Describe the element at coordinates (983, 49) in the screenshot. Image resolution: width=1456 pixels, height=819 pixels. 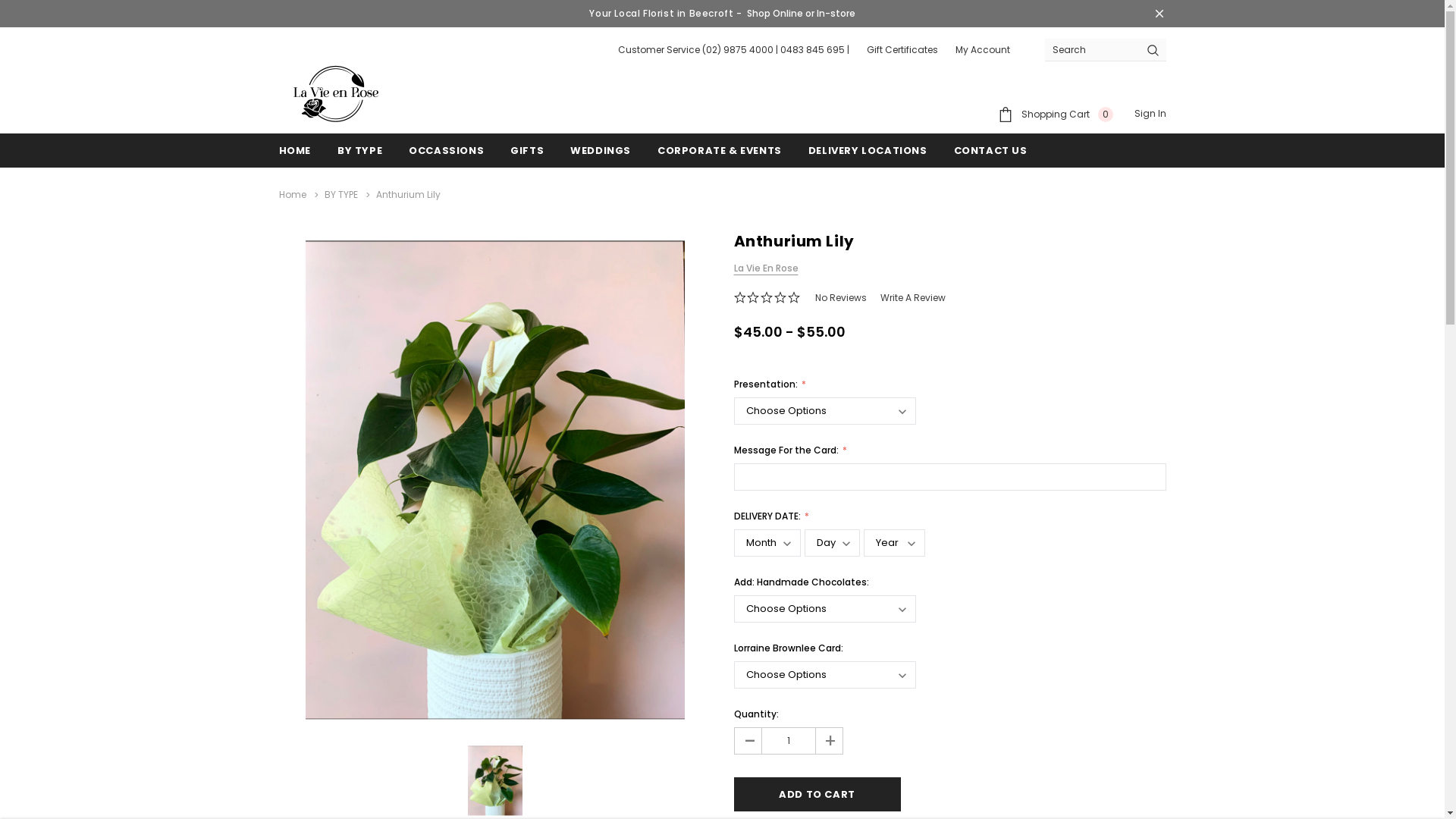
I see `'My Account'` at that location.